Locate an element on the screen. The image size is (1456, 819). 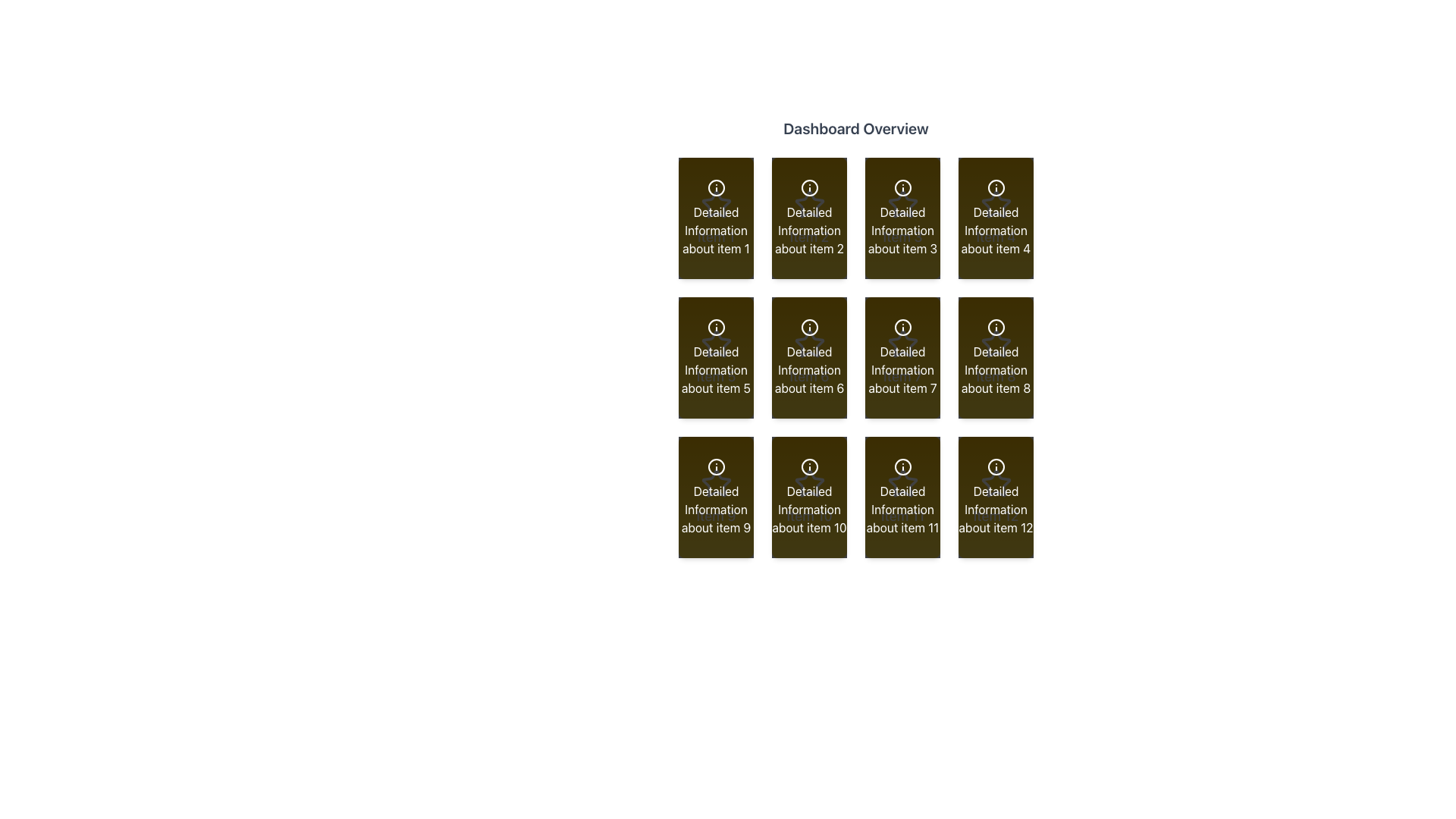
the Circular SVG element, which is a thin-bordered circle representing informational content, located in the top row, fourth column of the Dashboard Overview grid is located at coordinates (996, 187).